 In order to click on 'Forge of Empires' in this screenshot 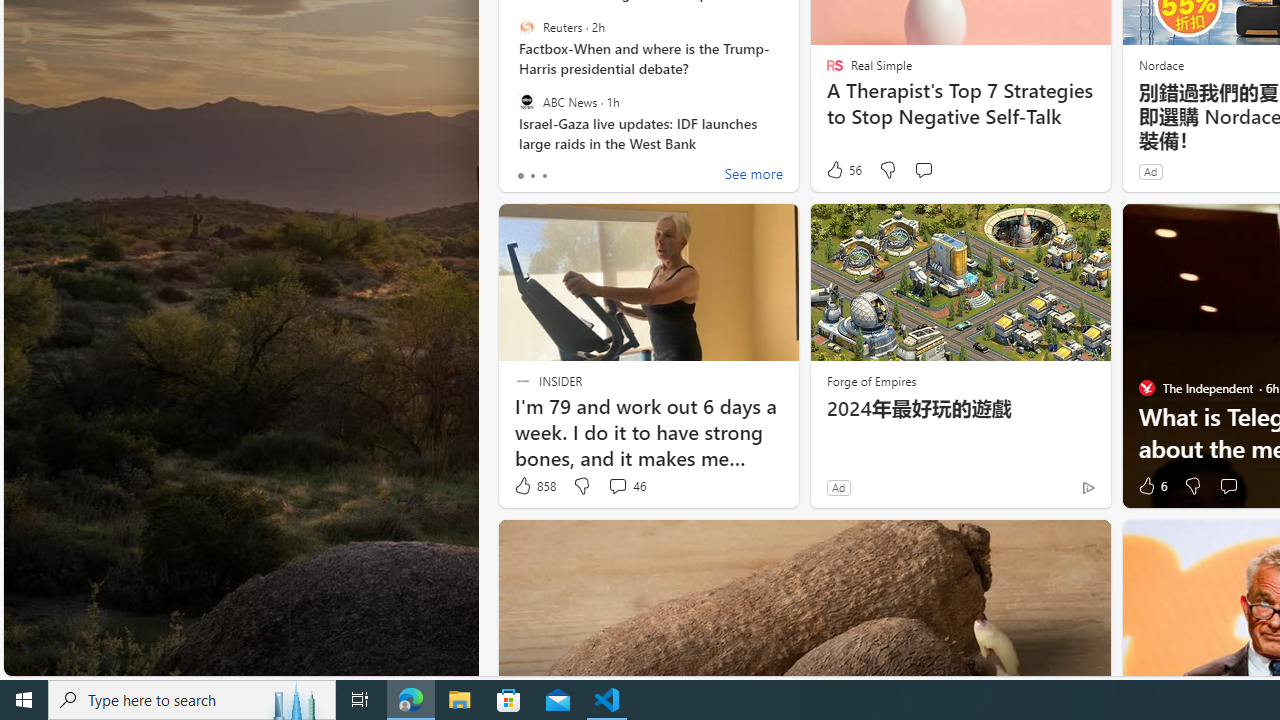, I will do `click(871, 380)`.